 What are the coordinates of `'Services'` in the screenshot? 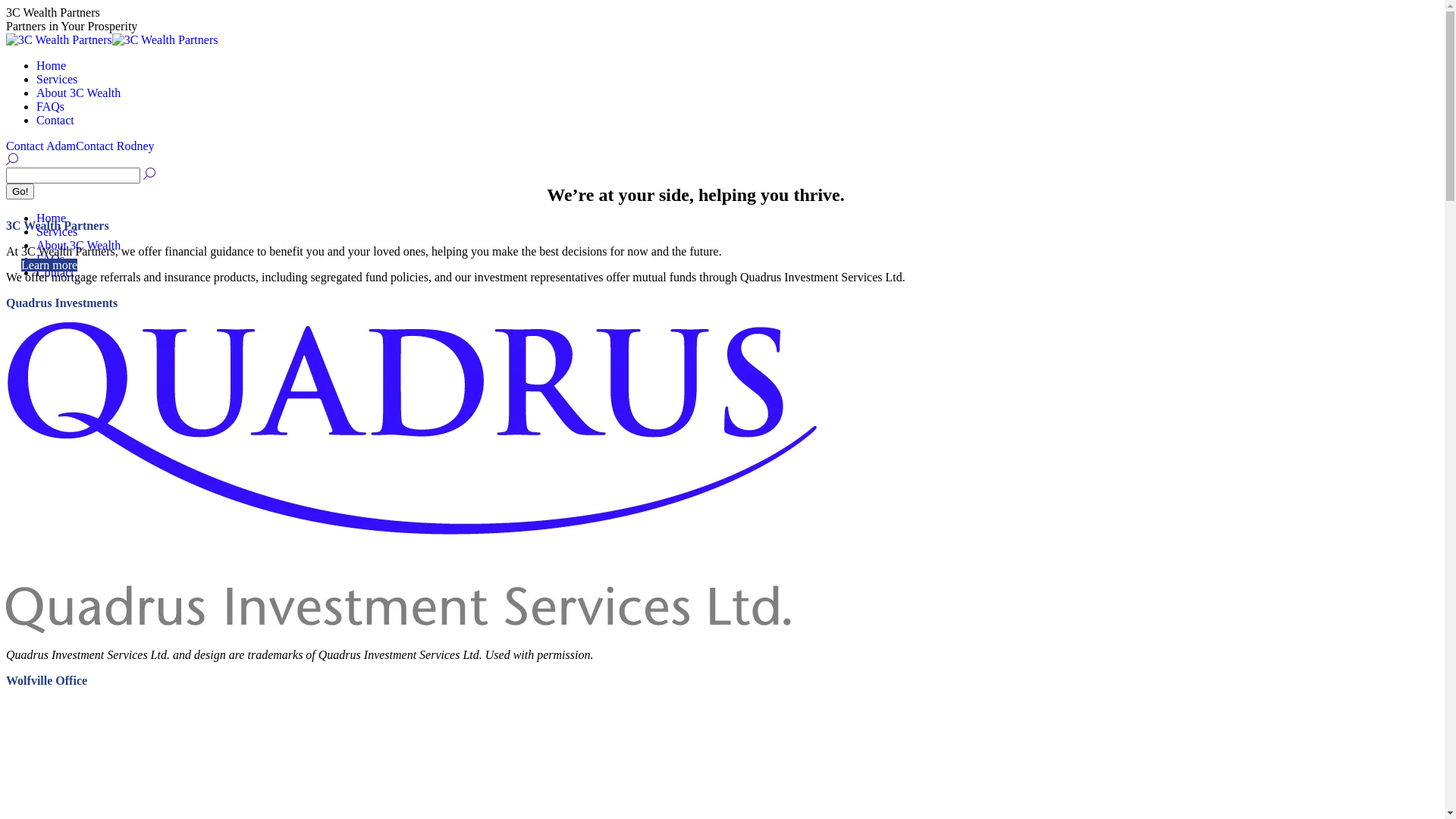 It's located at (57, 231).